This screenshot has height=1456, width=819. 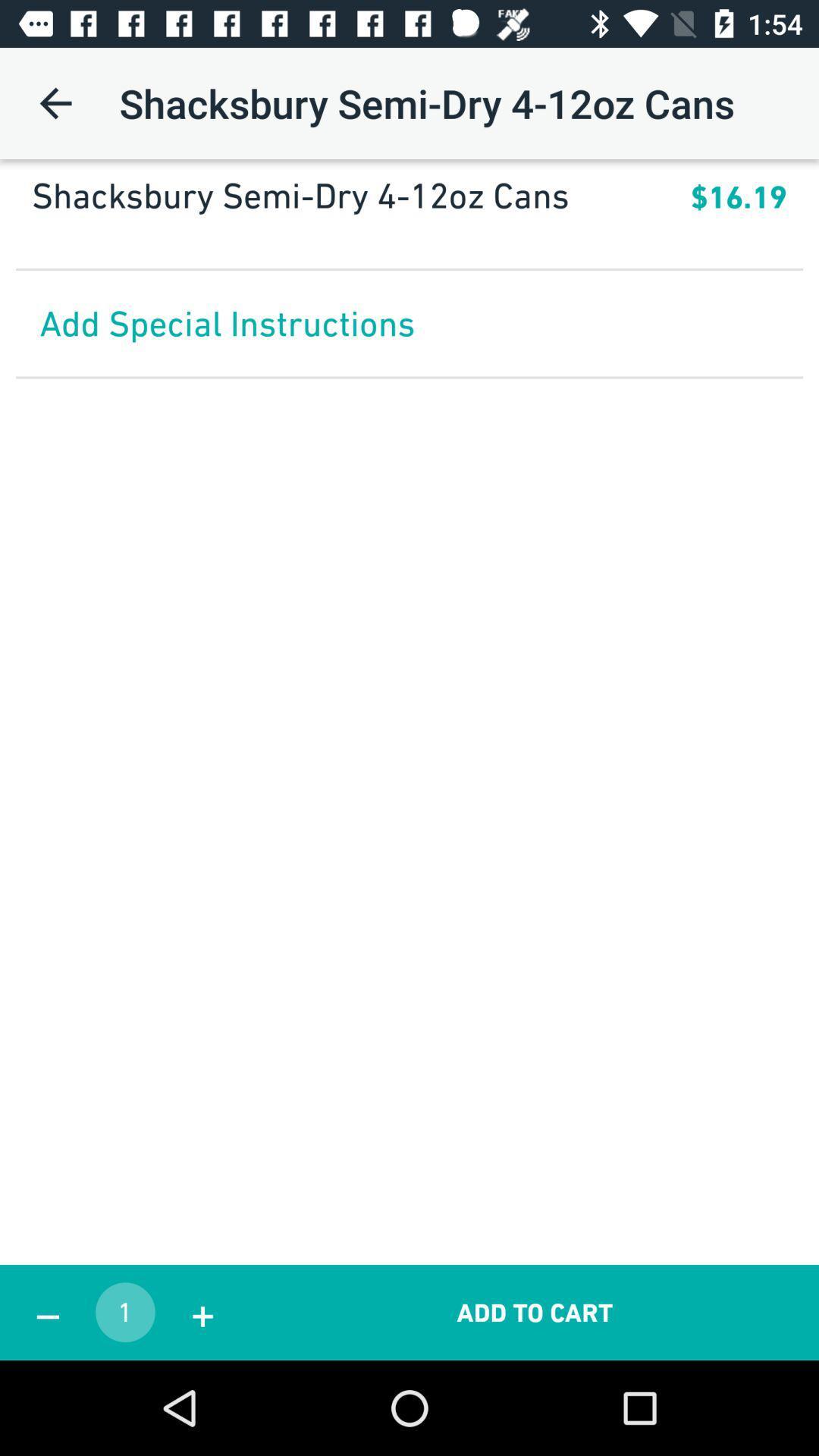 What do you see at coordinates (55, 102) in the screenshot?
I see `item at the top left corner` at bounding box center [55, 102].